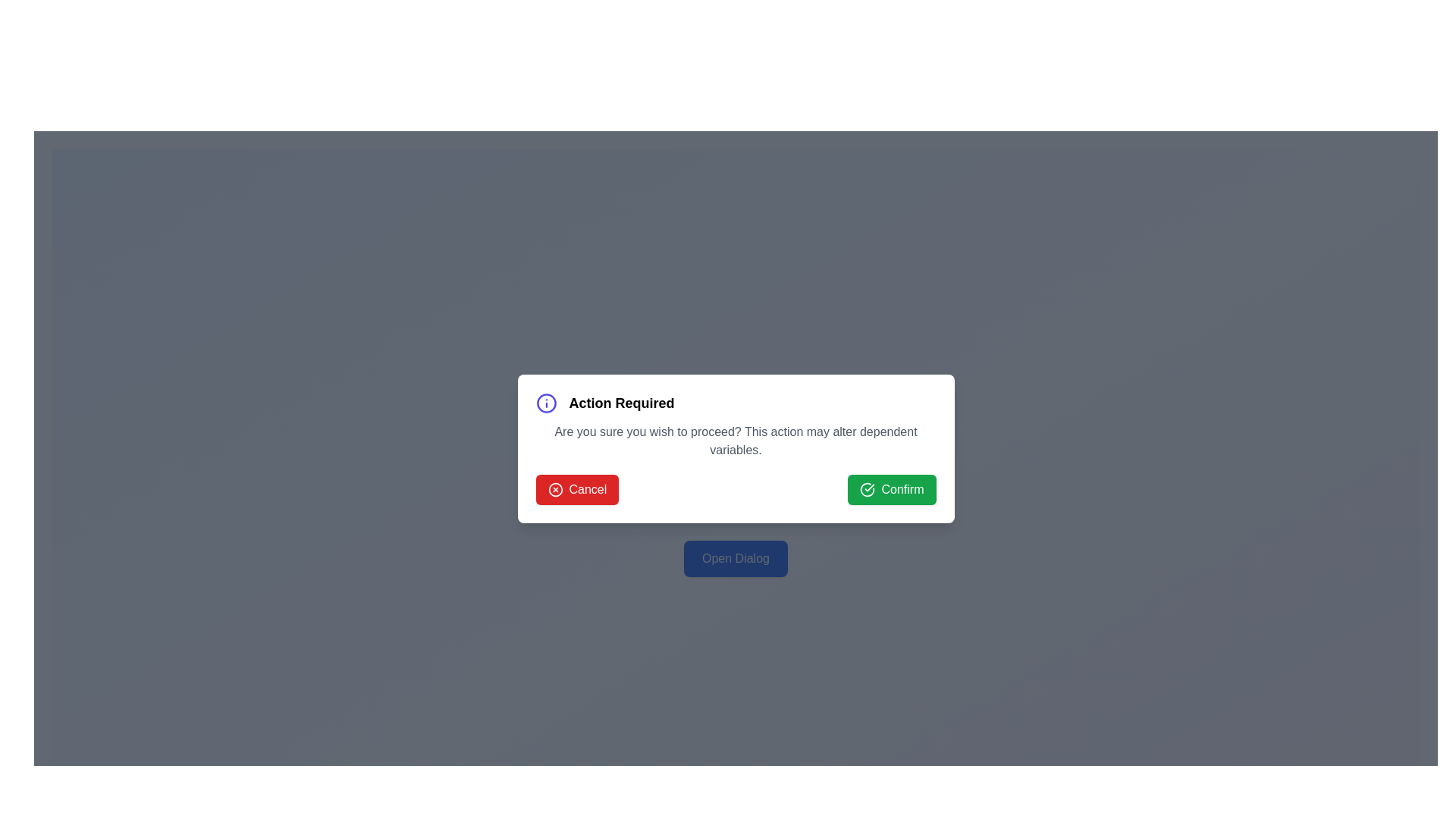 This screenshot has height=819, width=1456. What do you see at coordinates (546, 402) in the screenshot?
I see `the SVG circle element that serves as the background of the information icon, which is located near the top-left corner of the dialog box, above the 'Action Required' heading text` at bounding box center [546, 402].